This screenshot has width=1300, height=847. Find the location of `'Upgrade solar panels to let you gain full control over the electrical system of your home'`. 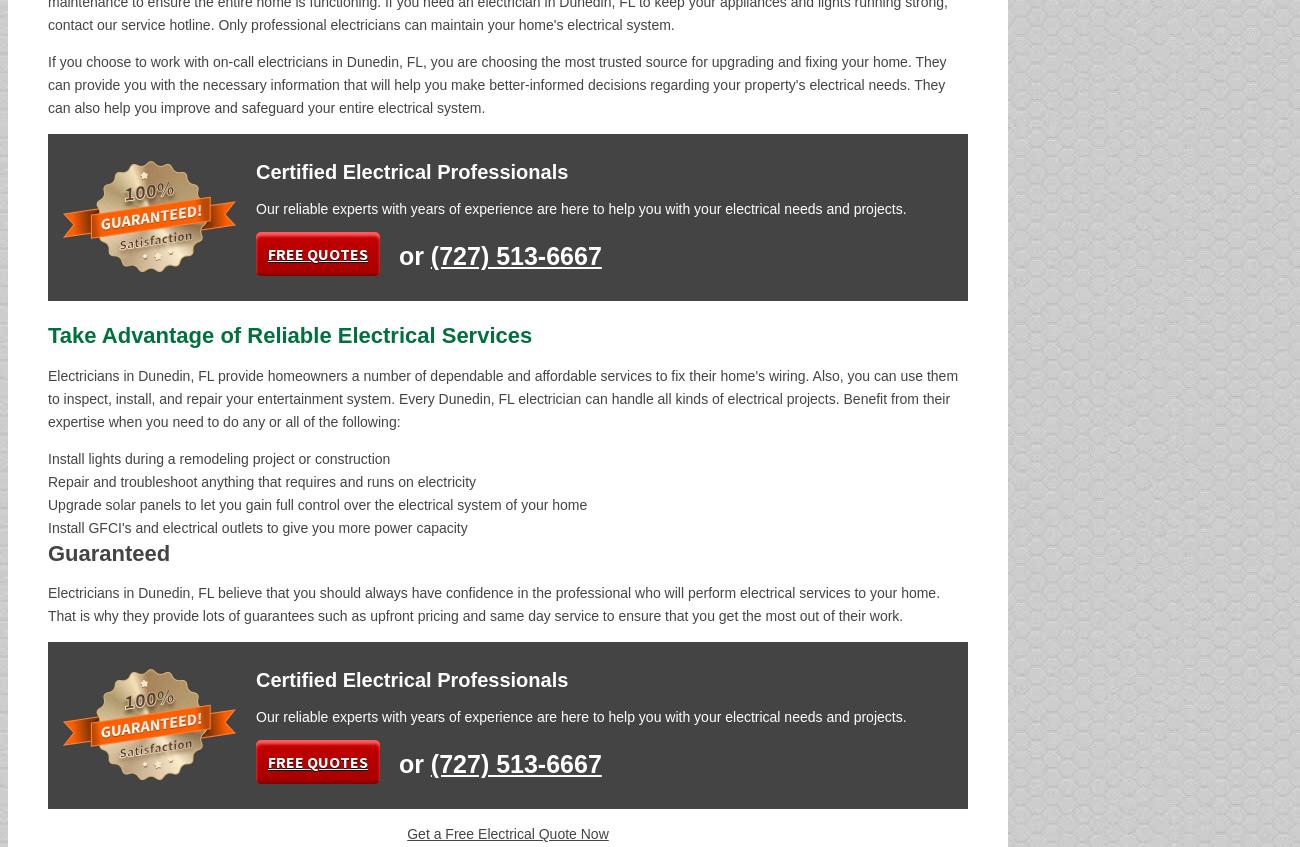

'Upgrade solar panels to let you gain full control over the electrical system of your home' is located at coordinates (317, 503).